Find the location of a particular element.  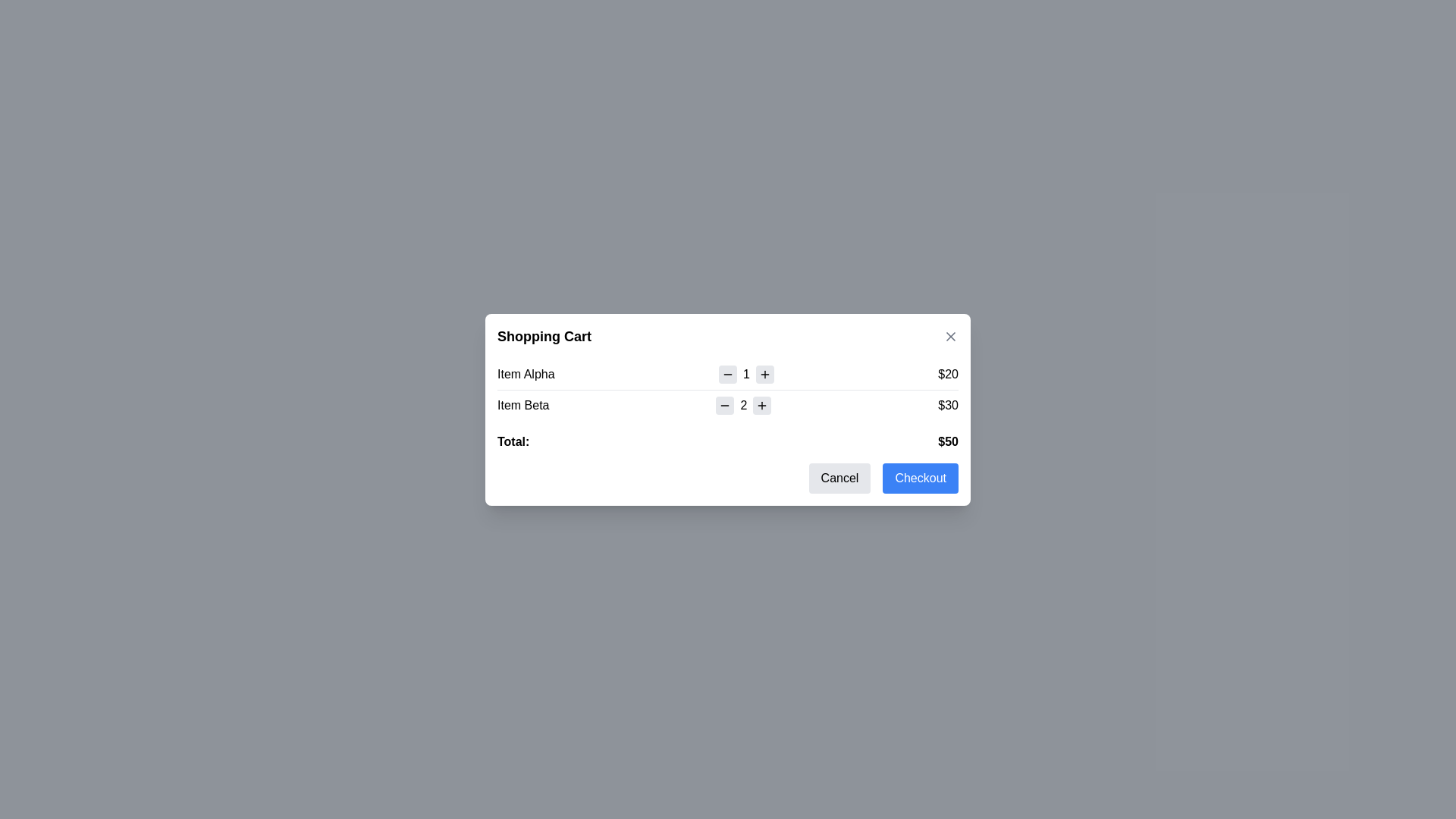

the minus button in the shopping cart item overview for 'Item Alpha' to decrease its quantity is located at coordinates (728, 374).